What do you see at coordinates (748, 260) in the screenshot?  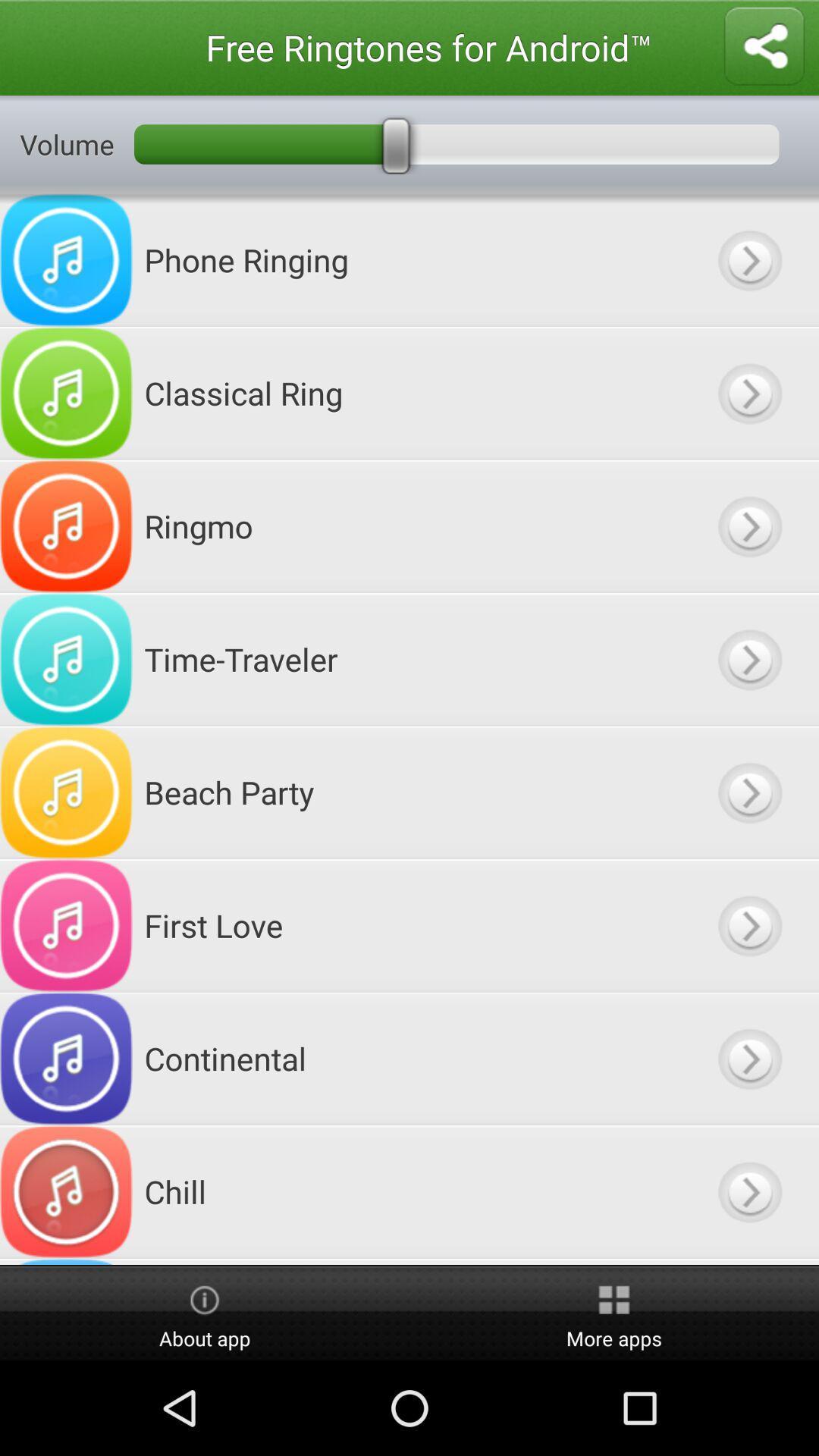 I see `'phone ringing subtype` at bounding box center [748, 260].